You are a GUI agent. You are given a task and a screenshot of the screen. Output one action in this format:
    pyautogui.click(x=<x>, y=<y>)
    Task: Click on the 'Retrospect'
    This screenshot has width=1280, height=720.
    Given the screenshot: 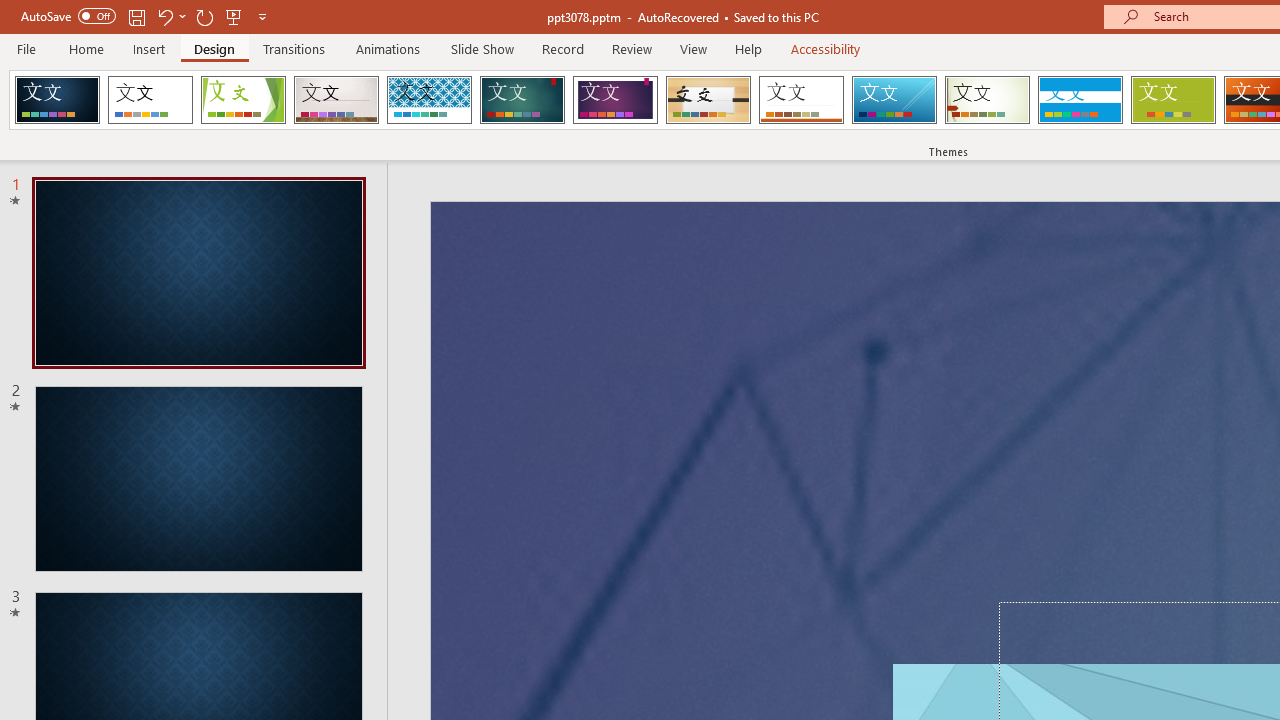 What is the action you would take?
    pyautogui.click(x=801, y=100)
    